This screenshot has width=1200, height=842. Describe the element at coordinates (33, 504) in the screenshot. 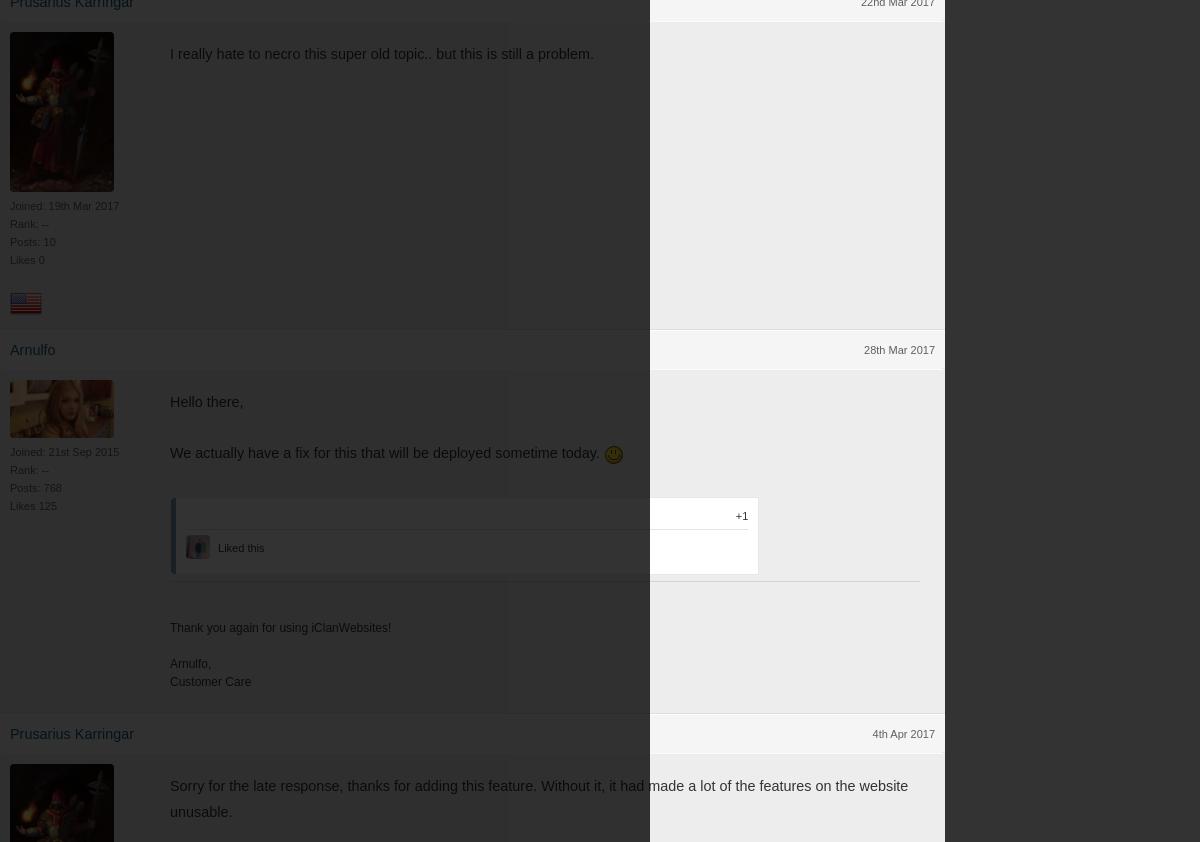

I see `'Likes 125'` at that location.